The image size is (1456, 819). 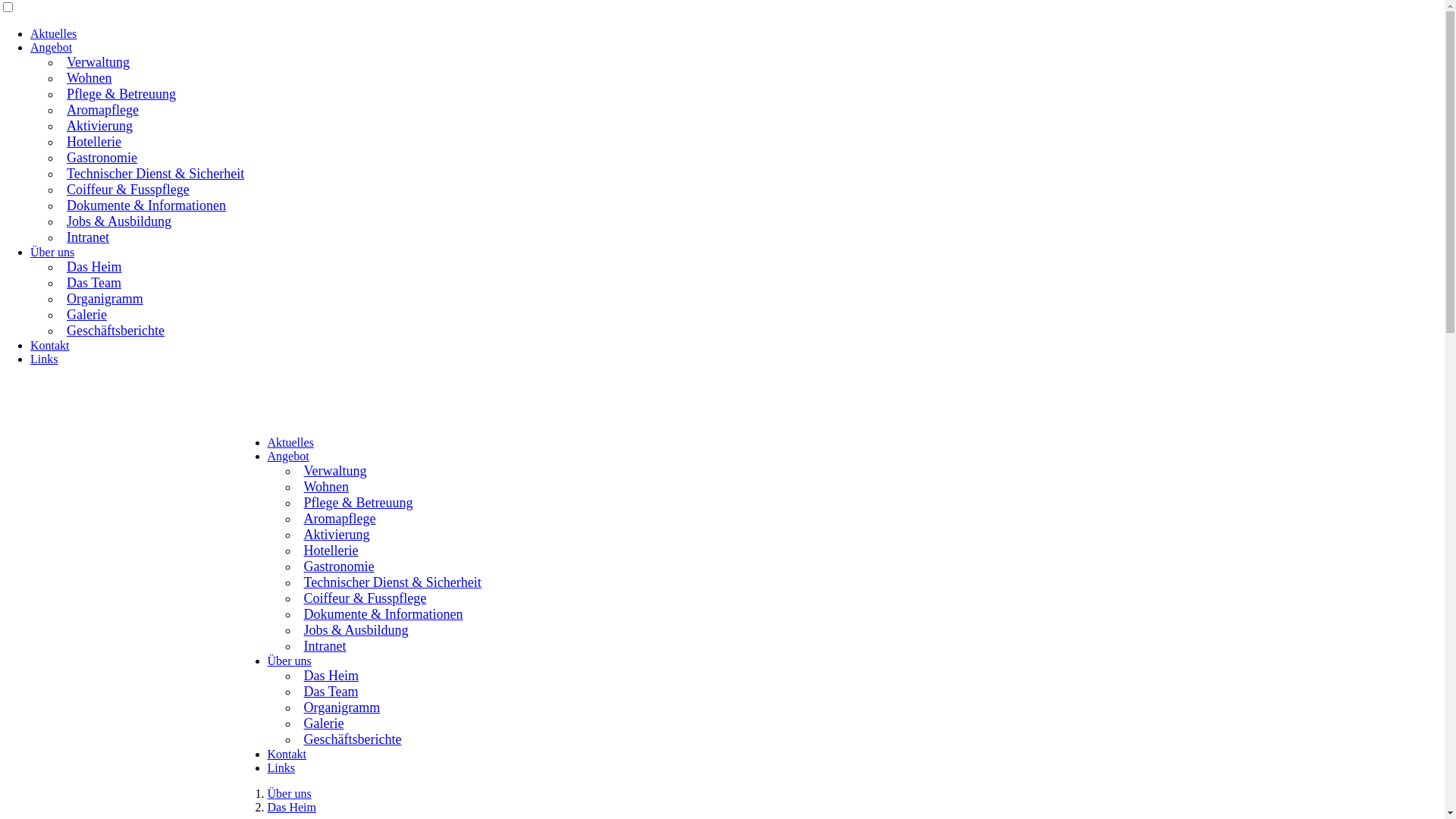 What do you see at coordinates (116, 219) in the screenshot?
I see `'Jobs & Ausbildung'` at bounding box center [116, 219].